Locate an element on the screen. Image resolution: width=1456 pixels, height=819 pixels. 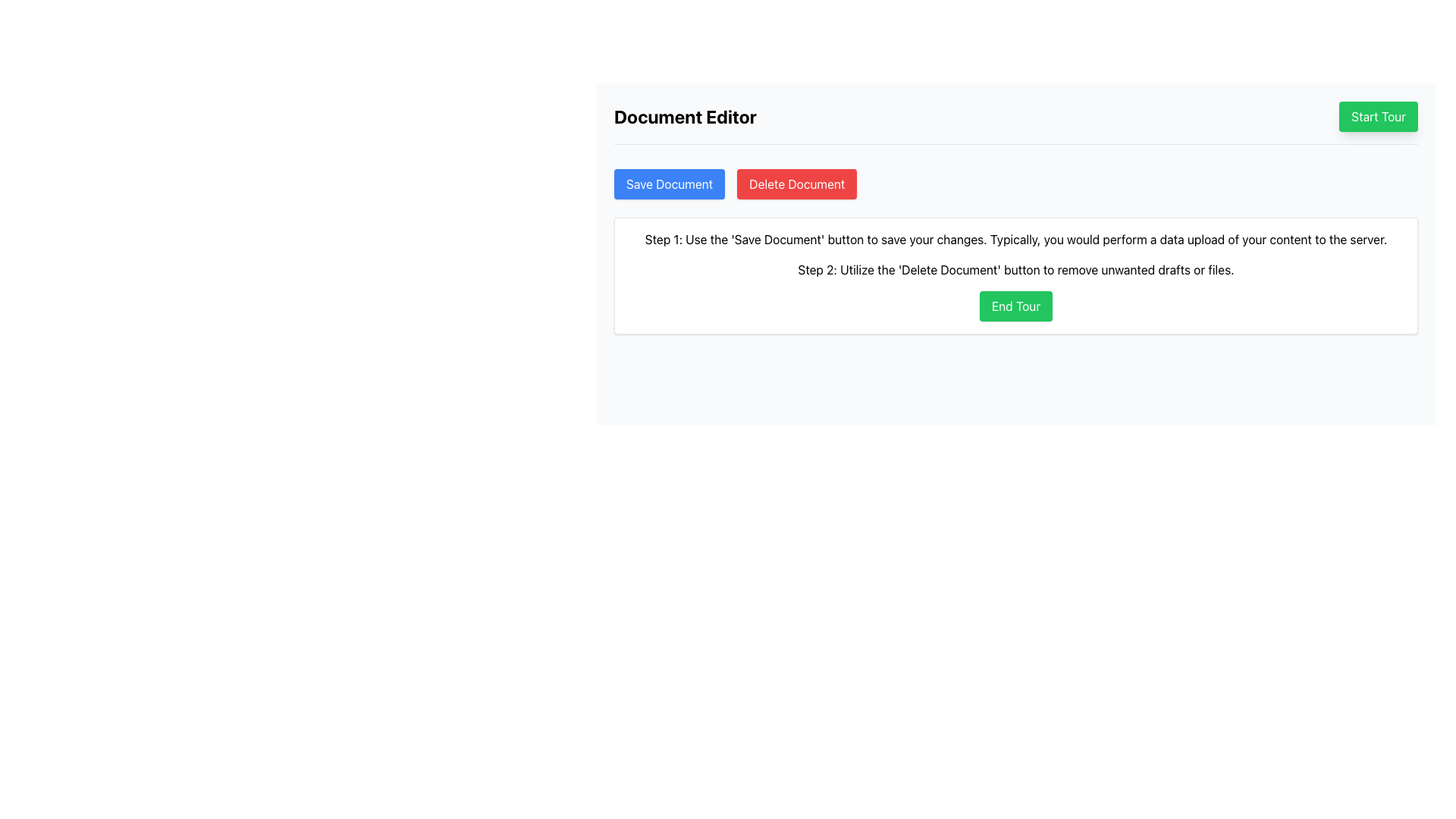
the static text element designed as a header or title, which helps users identify the current context related to document editing is located at coordinates (684, 116).